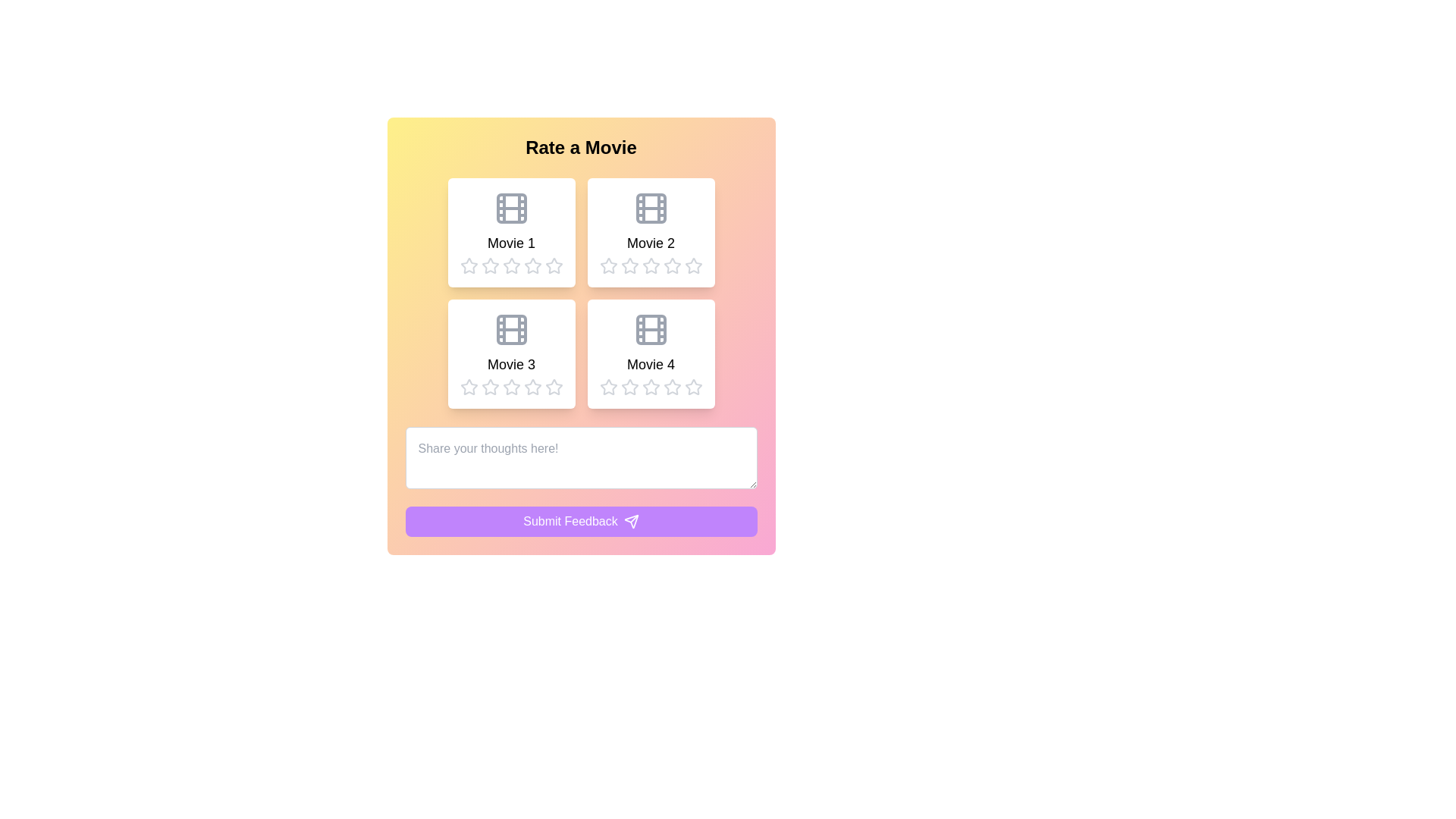  Describe the element at coordinates (651, 329) in the screenshot. I see `the icon representing 'Movie 4' located at the top center of the content box labeled 'Movie 4'` at that location.